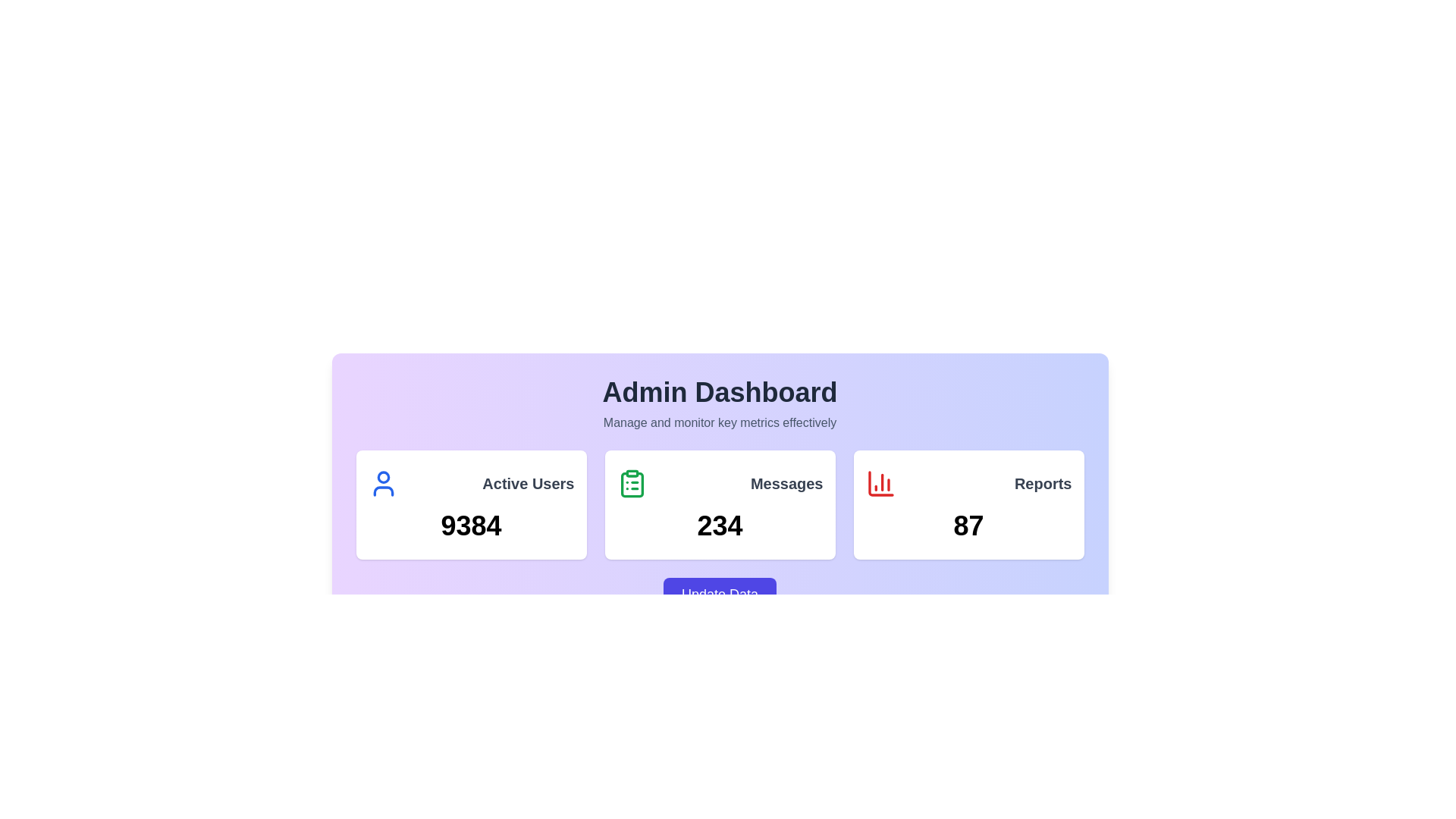 This screenshot has width=1456, height=819. What do you see at coordinates (528, 483) in the screenshot?
I see `text label indicating the count of active users, which is positioned in a card on the left side of the dashboard interface` at bounding box center [528, 483].